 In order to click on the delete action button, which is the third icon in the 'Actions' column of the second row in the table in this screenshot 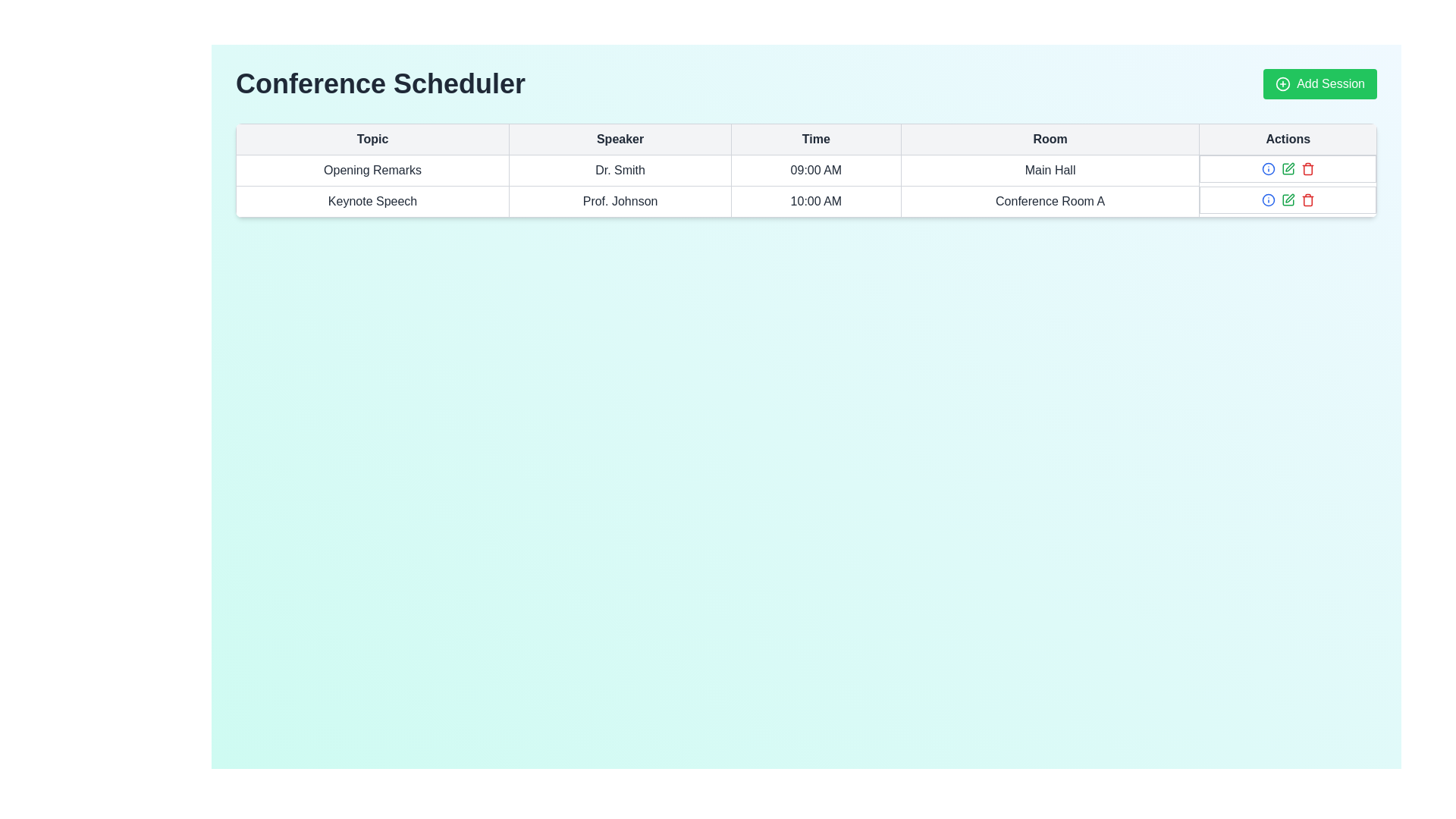, I will do `click(1307, 199)`.